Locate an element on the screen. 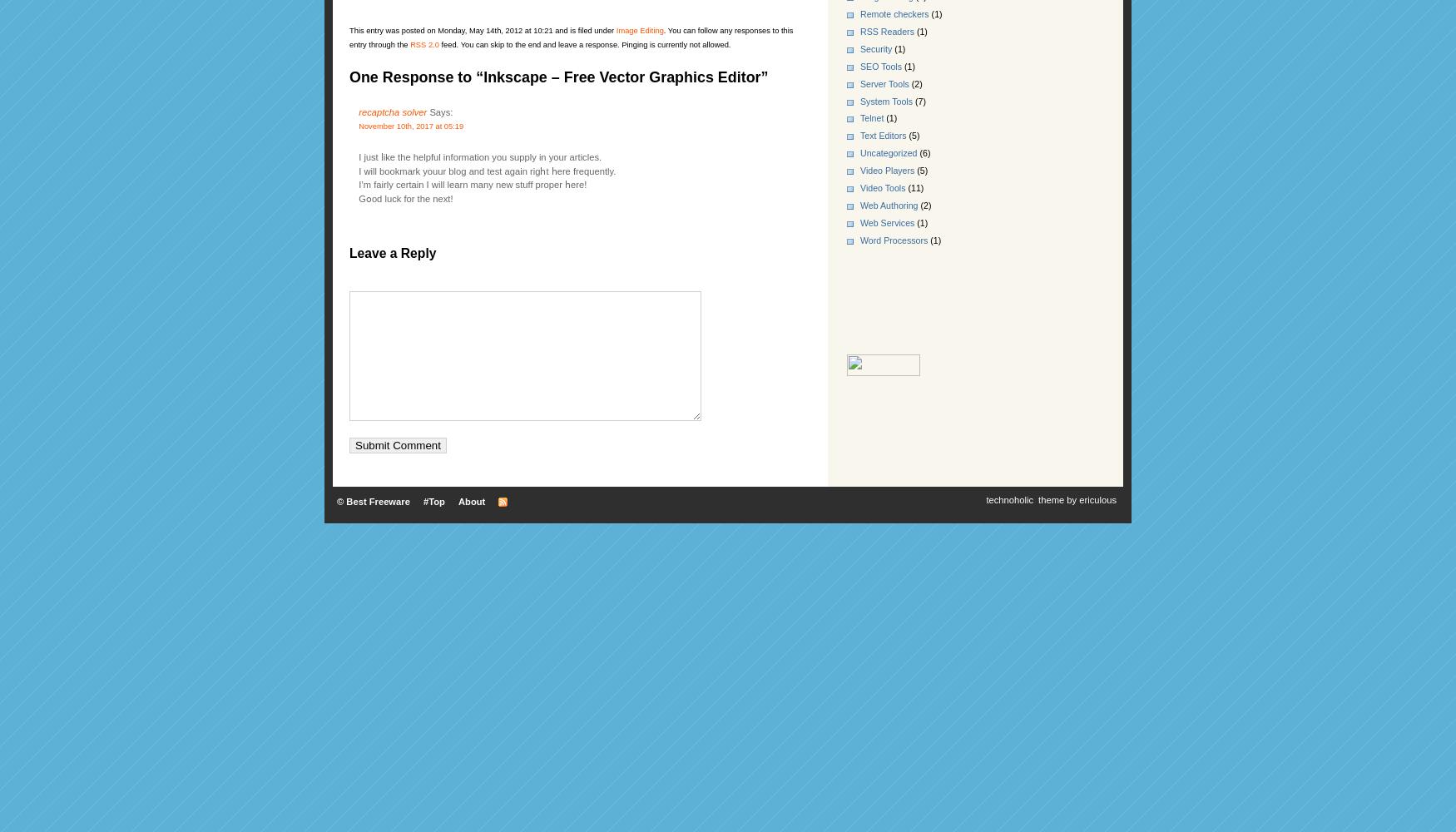  'Web Authoring' is located at coordinates (859, 205).